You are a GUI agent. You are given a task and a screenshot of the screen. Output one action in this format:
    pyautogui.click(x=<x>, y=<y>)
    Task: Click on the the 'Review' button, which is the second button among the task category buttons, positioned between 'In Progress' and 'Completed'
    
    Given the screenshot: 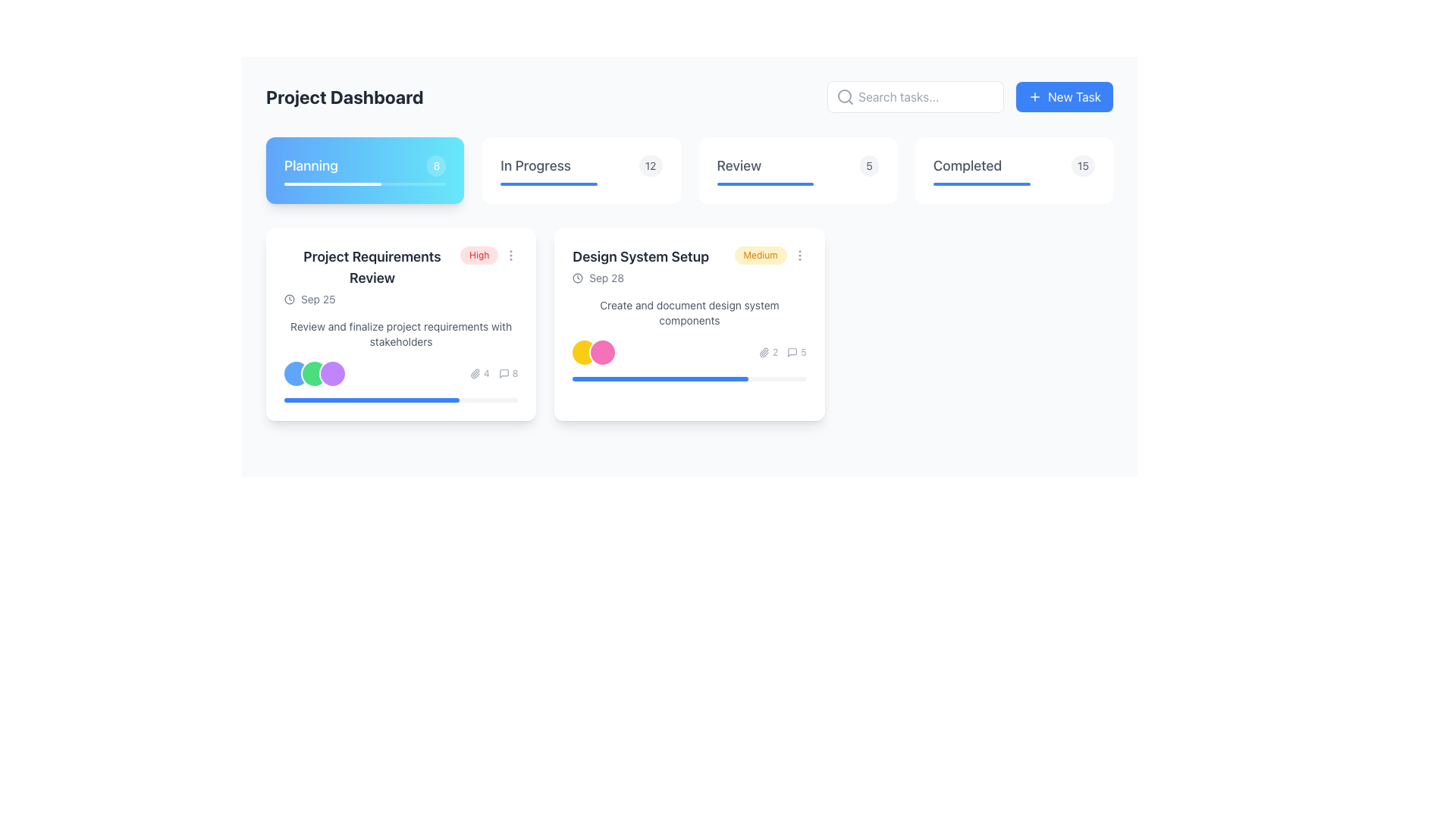 What is the action you would take?
    pyautogui.click(x=797, y=166)
    